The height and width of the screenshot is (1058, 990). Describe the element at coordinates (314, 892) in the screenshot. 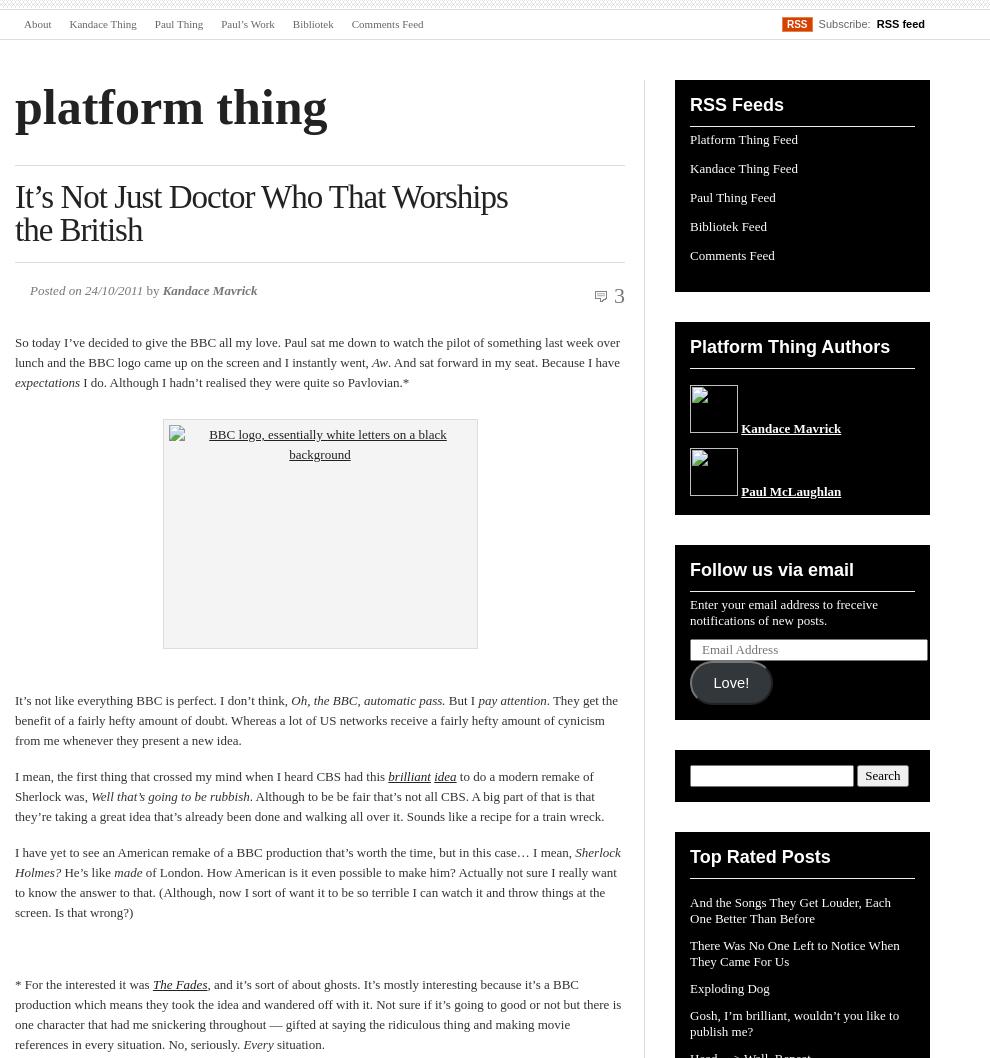

I see `'of London. How American is it even possible to make him? Actually not sure I really want to know the answer to that. (Although, now I sort of want it to be so terrible I can watch it and throw things at the screen. Is that wrong?)'` at that location.